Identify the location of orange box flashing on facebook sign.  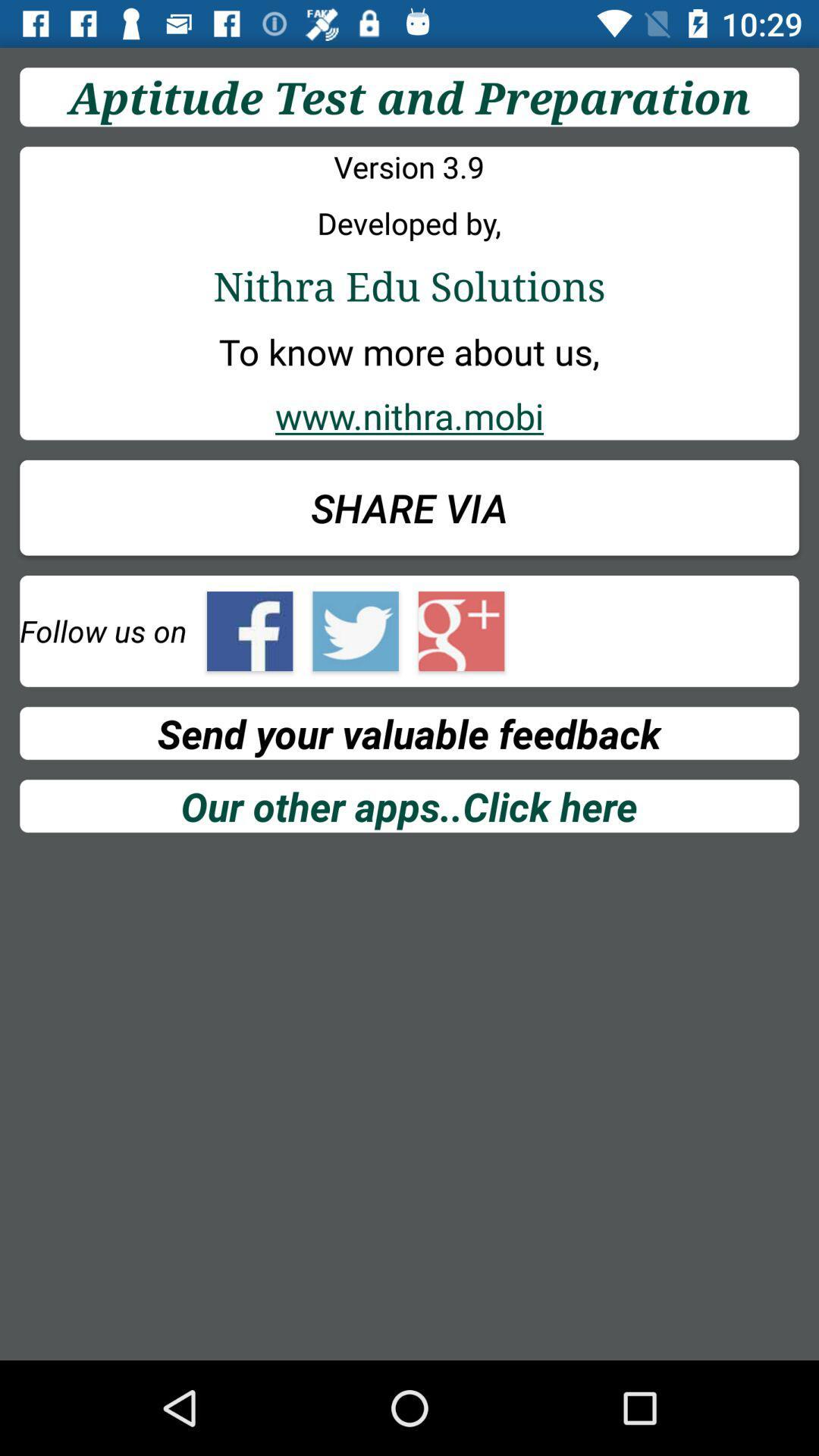
(249, 631).